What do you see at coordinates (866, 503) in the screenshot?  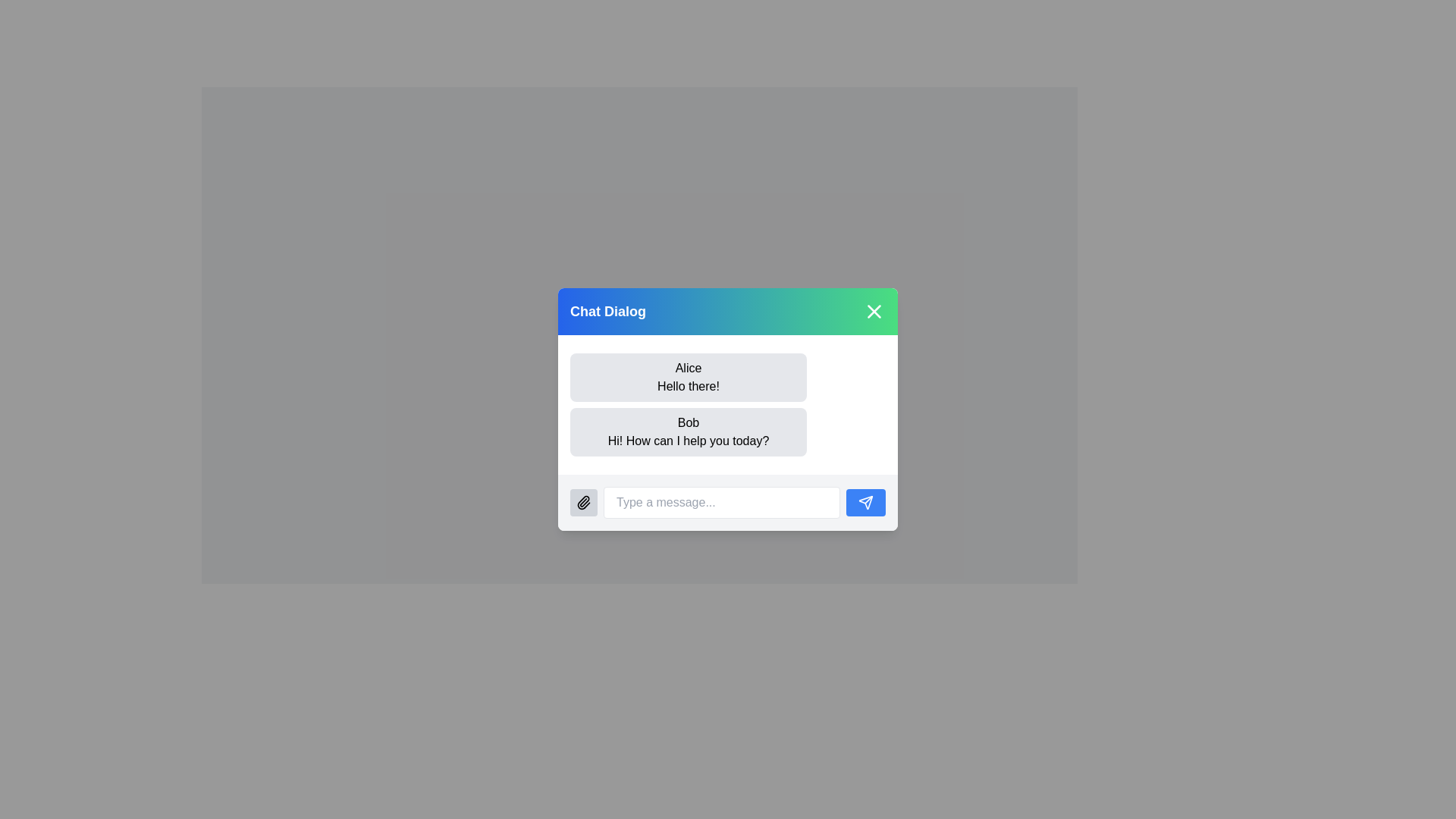 I see `the 'Send' button with an embedded icon located at the bottom-right corner of the chat interface` at bounding box center [866, 503].